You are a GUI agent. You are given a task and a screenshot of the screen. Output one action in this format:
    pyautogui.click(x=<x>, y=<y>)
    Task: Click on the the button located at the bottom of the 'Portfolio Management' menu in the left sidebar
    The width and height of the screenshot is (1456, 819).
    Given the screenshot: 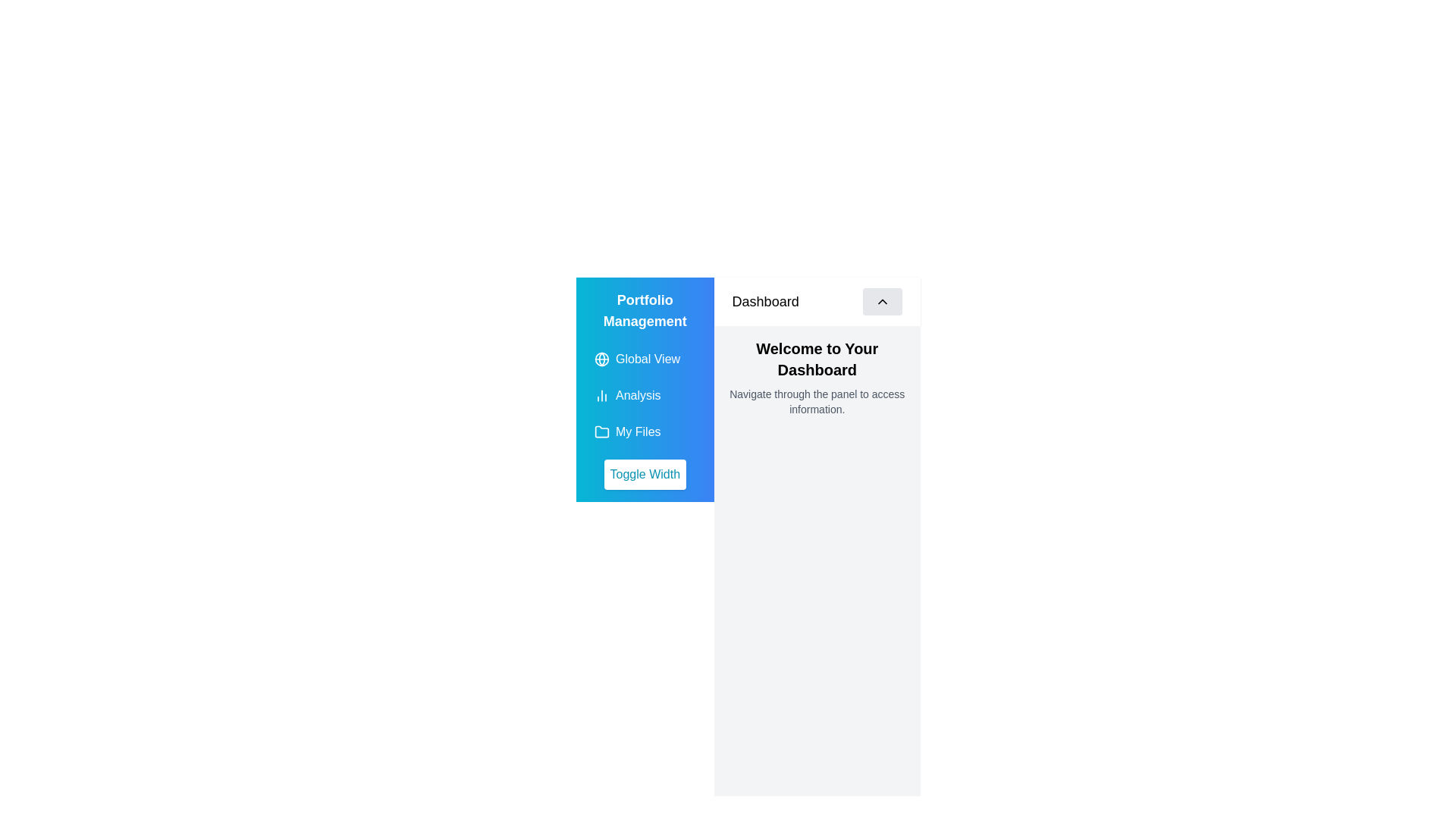 What is the action you would take?
    pyautogui.click(x=645, y=473)
    